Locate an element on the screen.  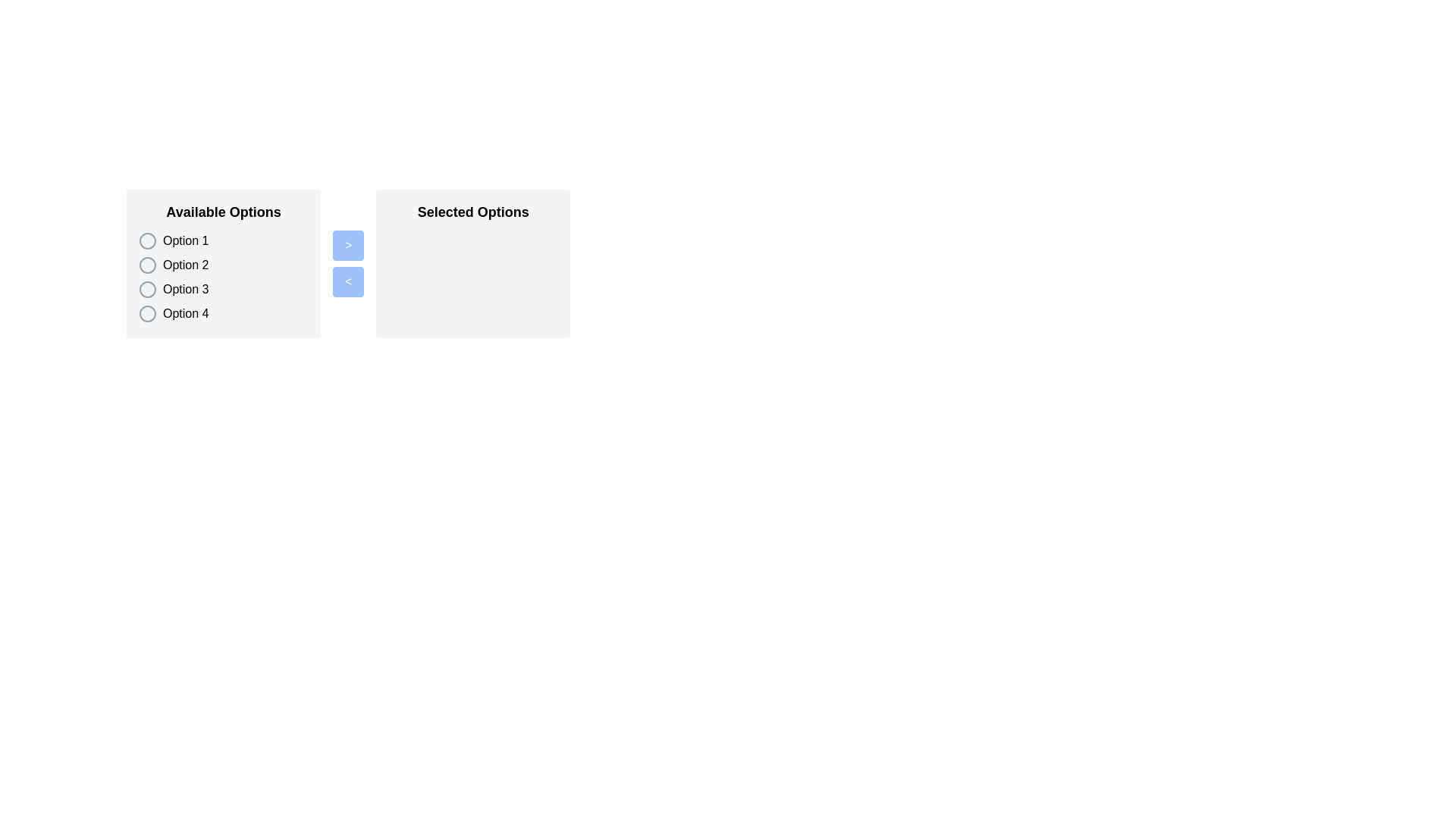
text label 'Available Options' which is styled in bold and located at the top of a section with a light gray background is located at coordinates (222, 212).